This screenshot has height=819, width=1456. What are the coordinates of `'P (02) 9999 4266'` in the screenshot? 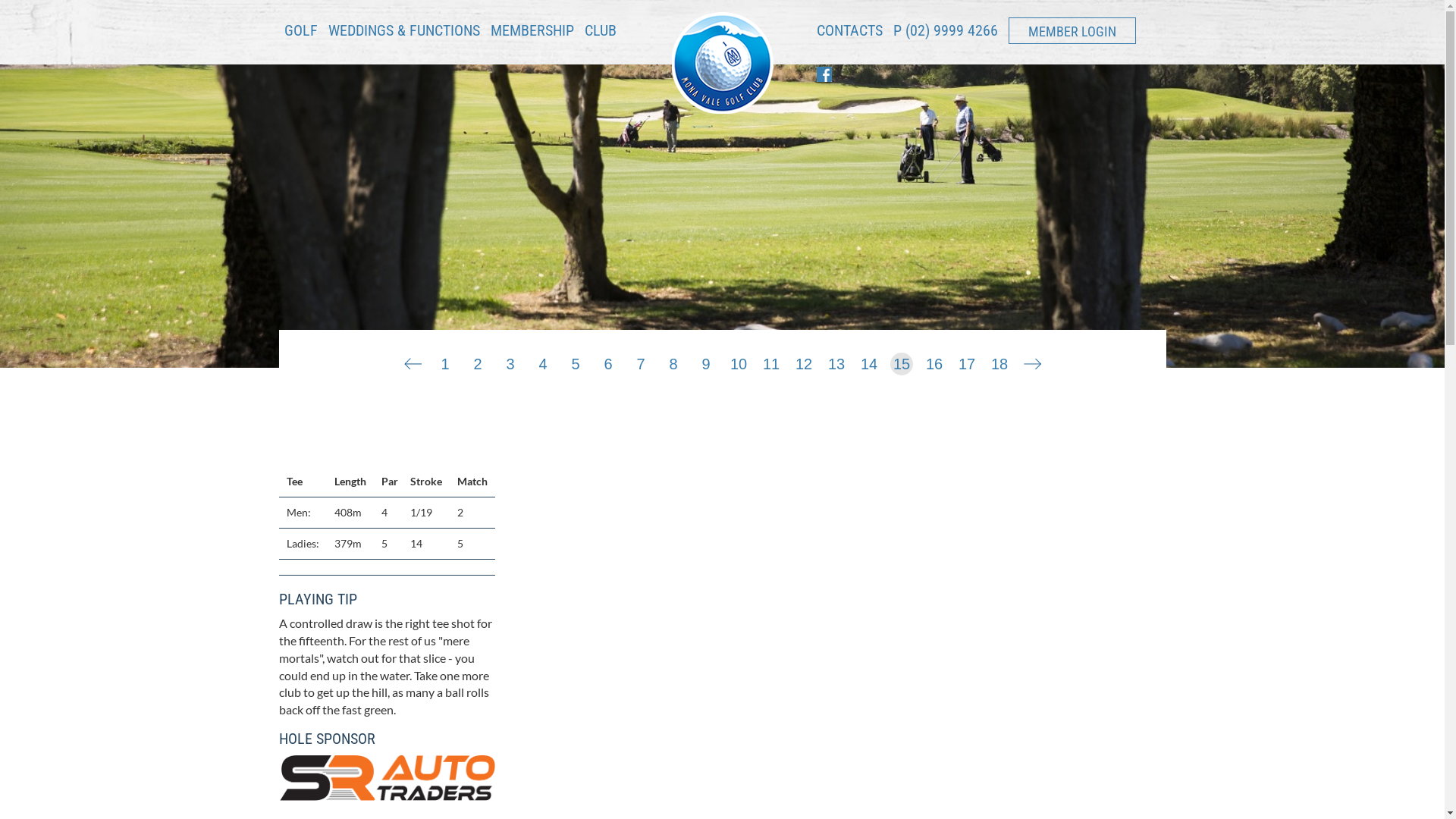 It's located at (945, 30).